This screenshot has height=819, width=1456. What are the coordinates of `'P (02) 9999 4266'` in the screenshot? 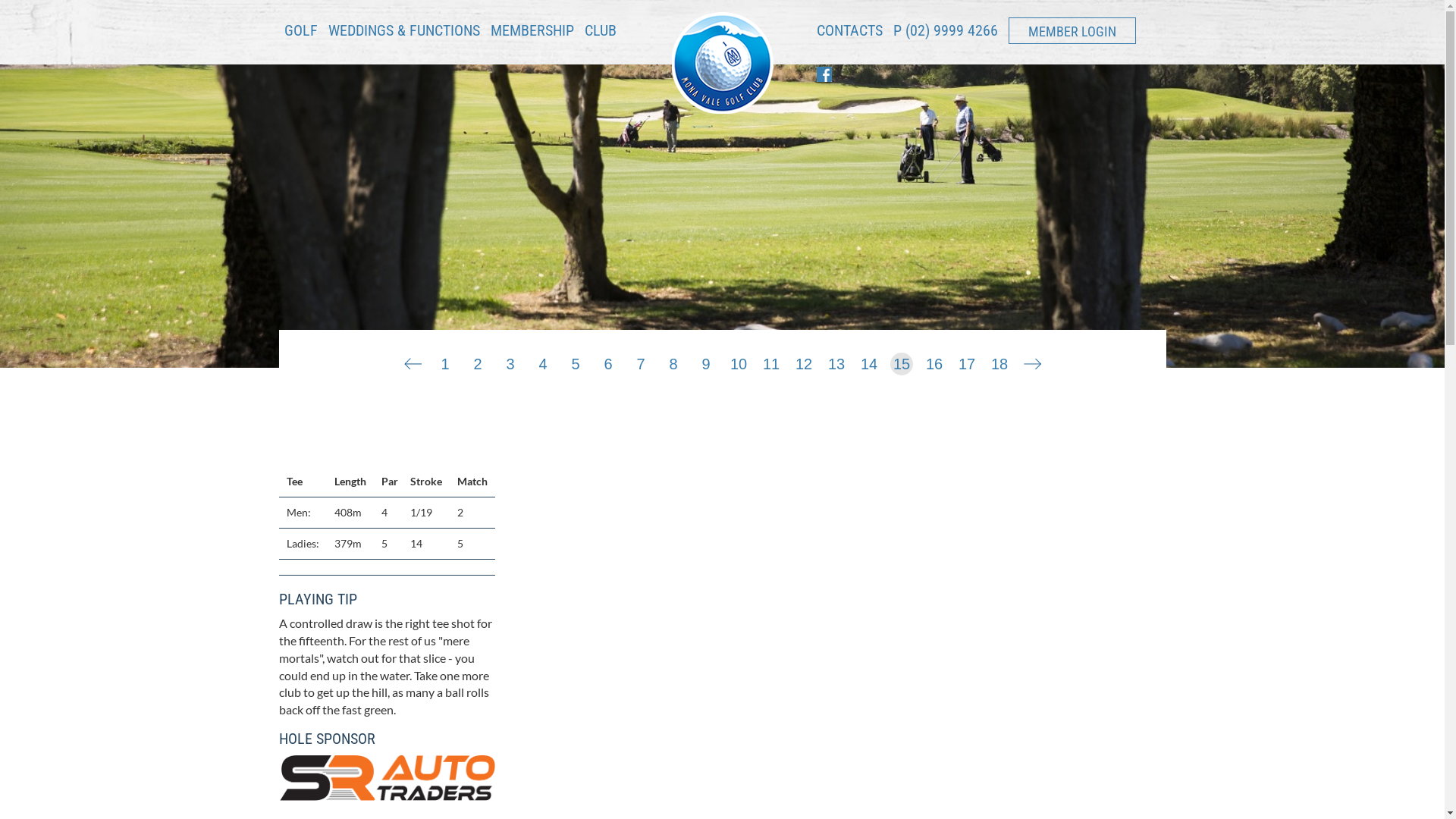 It's located at (945, 30).